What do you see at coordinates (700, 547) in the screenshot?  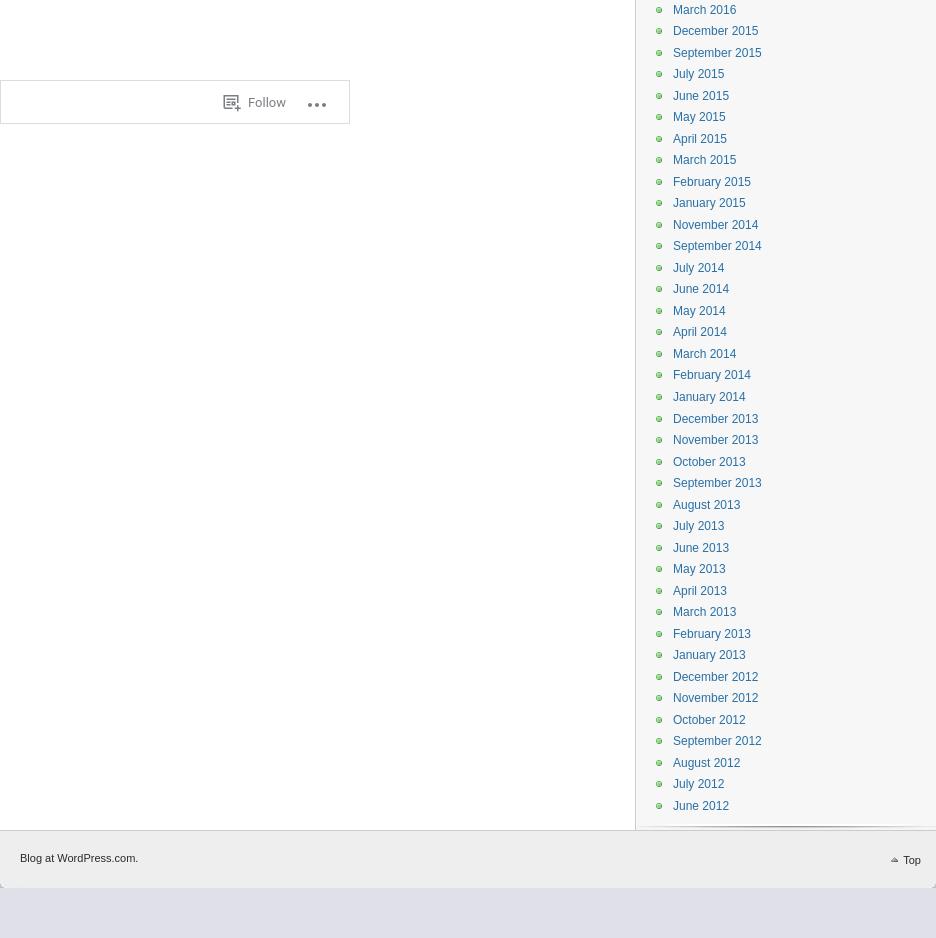 I see `'June 2013'` at bounding box center [700, 547].